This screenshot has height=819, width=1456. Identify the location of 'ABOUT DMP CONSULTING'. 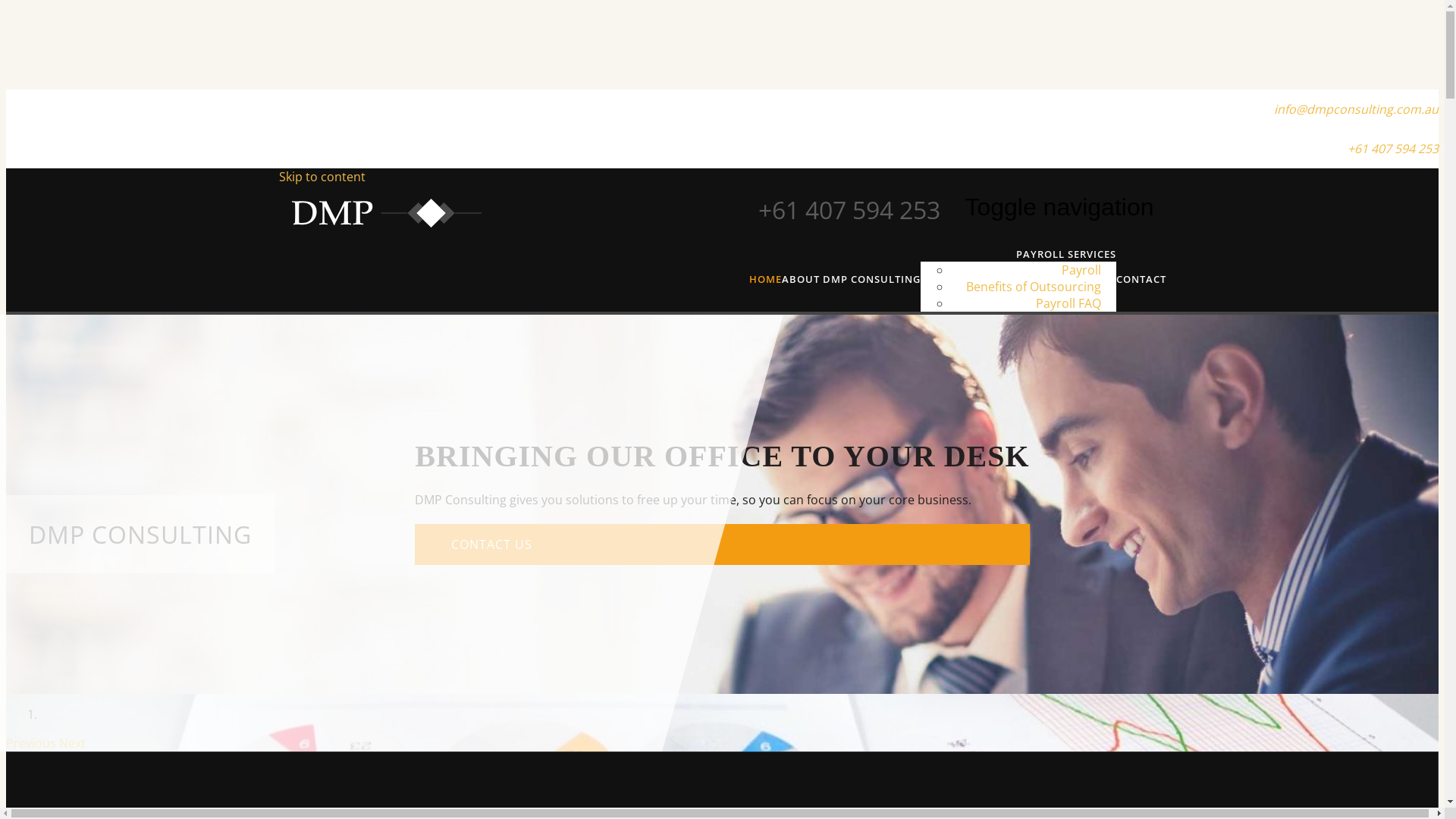
(850, 278).